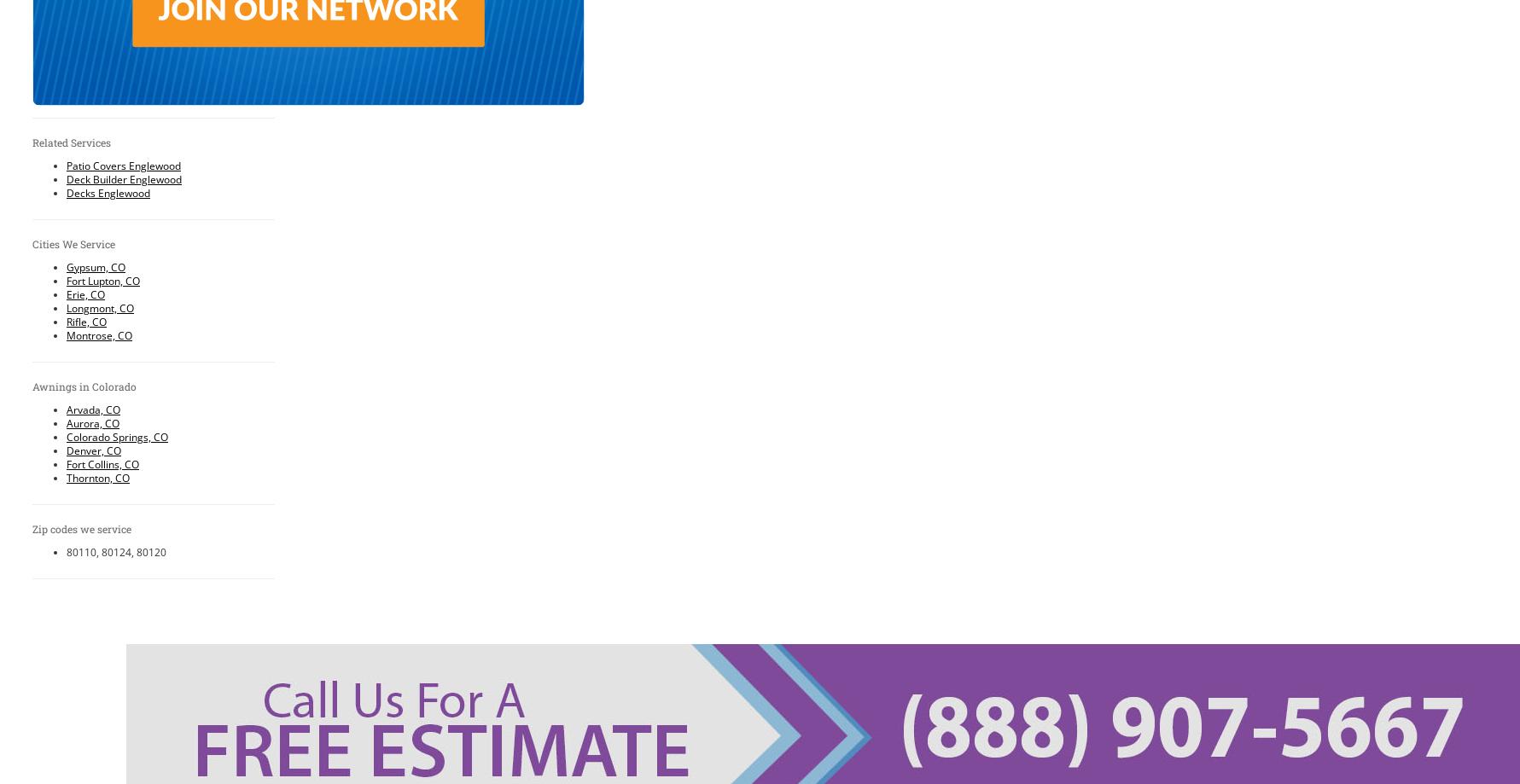 This screenshot has width=1520, height=784. What do you see at coordinates (93, 449) in the screenshot?
I see `'Denver, CO'` at bounding box center [93, 449].